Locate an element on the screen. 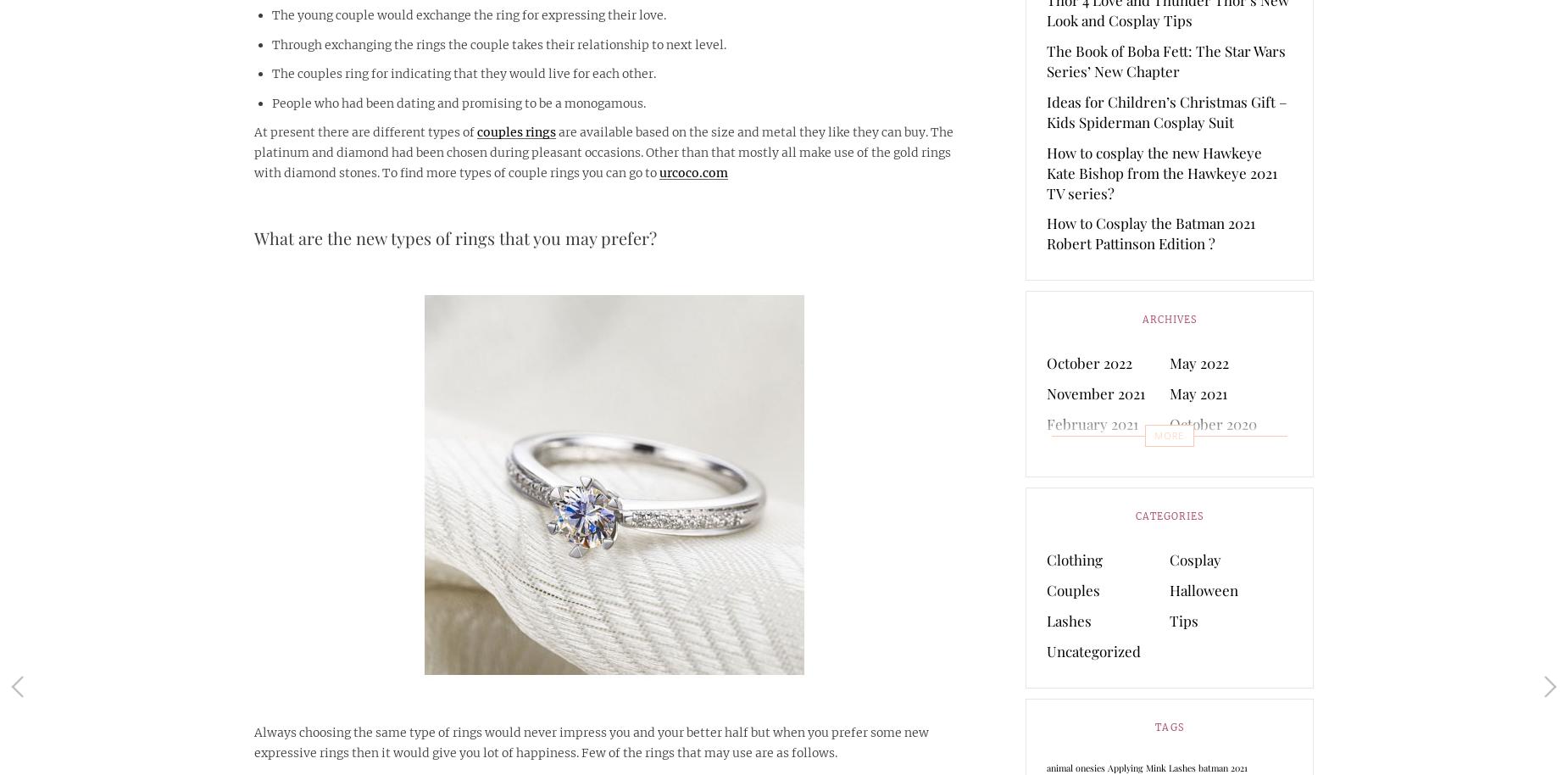 Image resolution: width=1568 pixels, height=775 pixels. 'Always choosing the same type of rings would never impress you and your better half but when you prefer some new expressive rings then it would give you lot of happiness. Few of the rings that may use are as follows.' is located at coordinates (591, 741).